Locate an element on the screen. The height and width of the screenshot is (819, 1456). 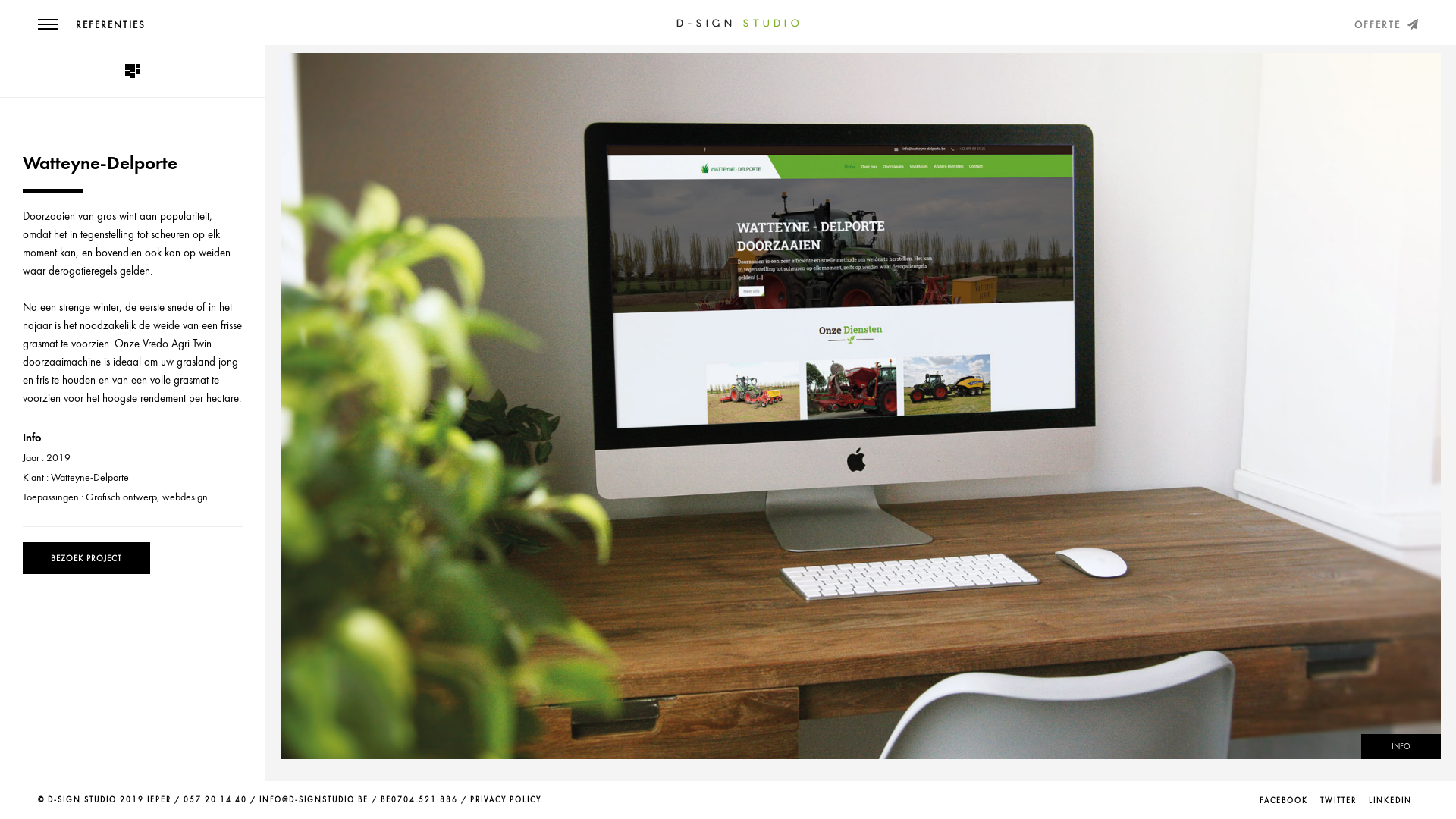
'INFO@D-SIGNSTUDIO.BE' is located at coordinates (312, 799).